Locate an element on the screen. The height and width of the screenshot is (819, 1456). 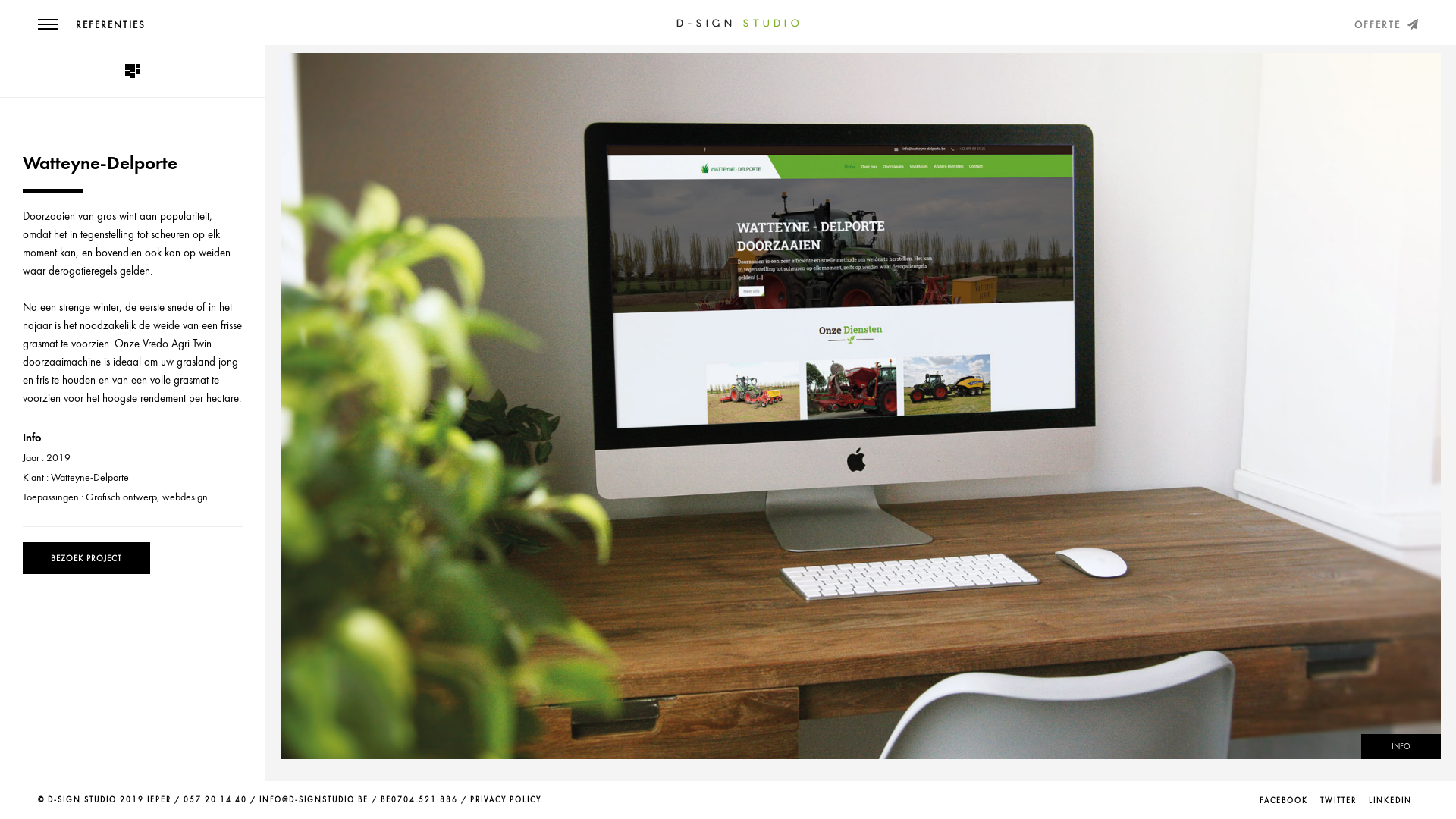
'INFO@D-SIGNSTUDIO.BE' is located at coordinates (312, 799).